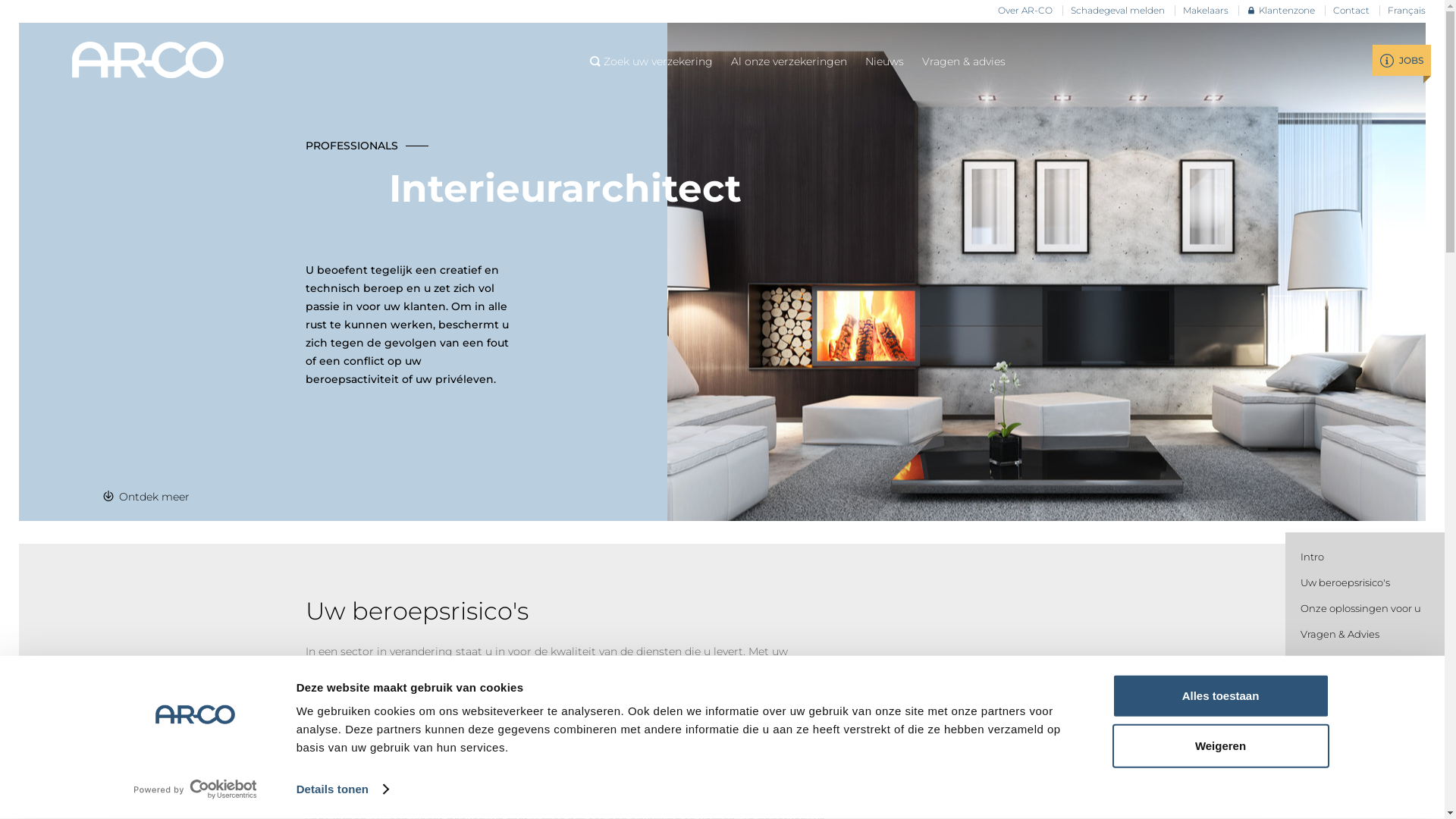 Image resolution: width=1456 pixels, height=819 pixels. What do you see at coordinates (1117, 11) in the screenshot?
I see `'Schadegeval melden'` at bounding box center [1117, 11].